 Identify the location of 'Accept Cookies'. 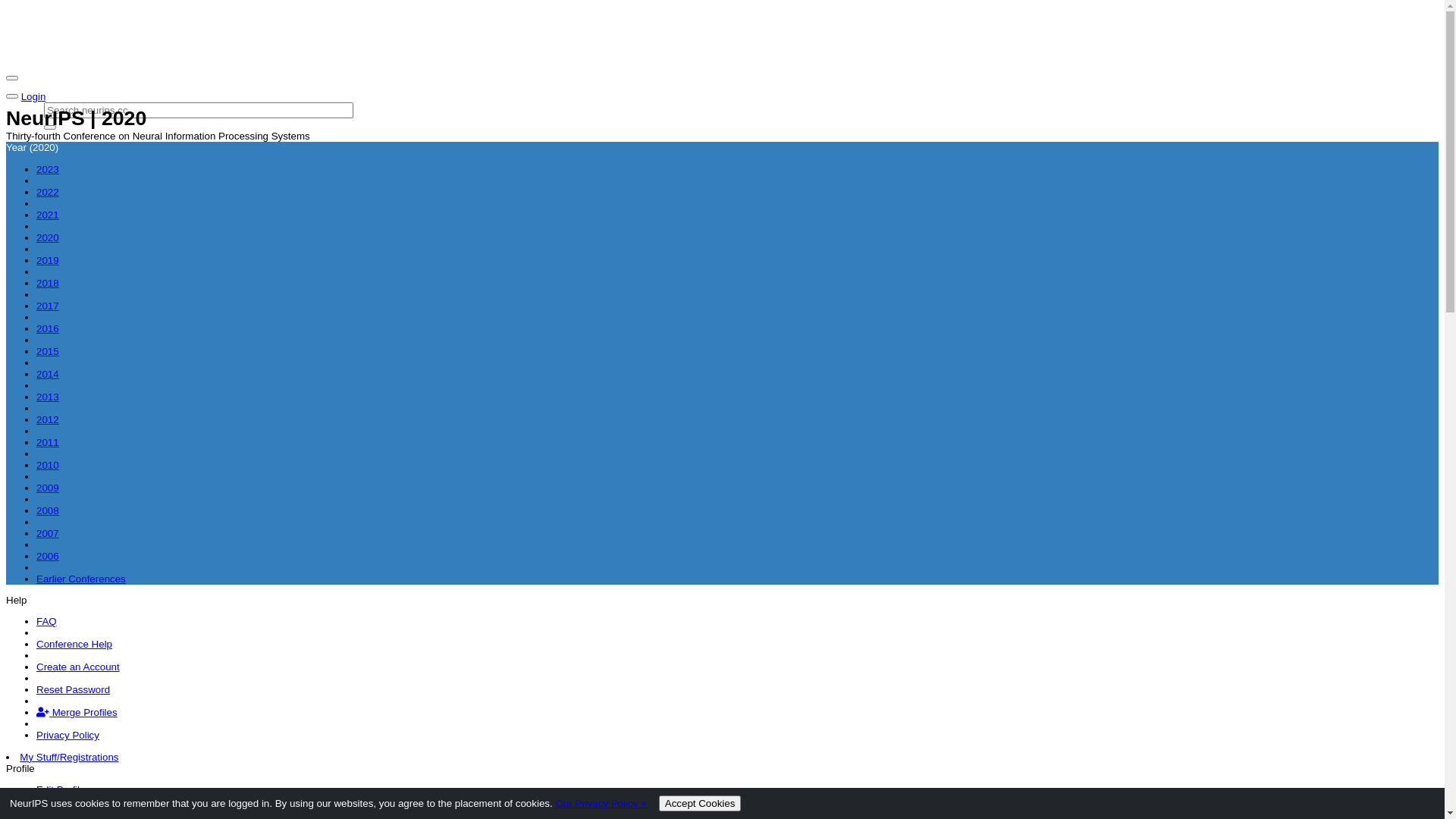
(699, 802).